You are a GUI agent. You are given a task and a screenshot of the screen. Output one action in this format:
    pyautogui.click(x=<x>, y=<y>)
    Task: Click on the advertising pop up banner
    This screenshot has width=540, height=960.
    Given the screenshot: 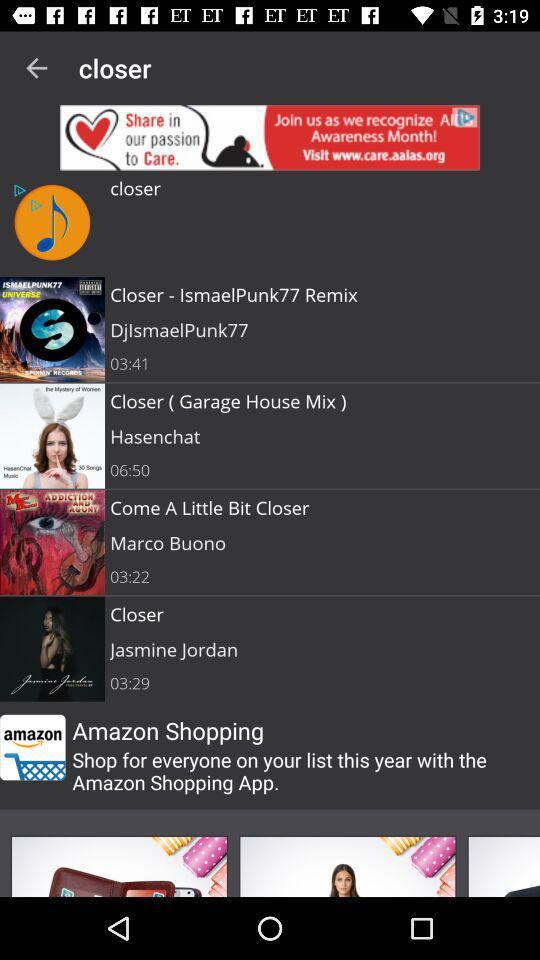 What is the action you would take?
    pyautogui.click(x=346, y=865)
    